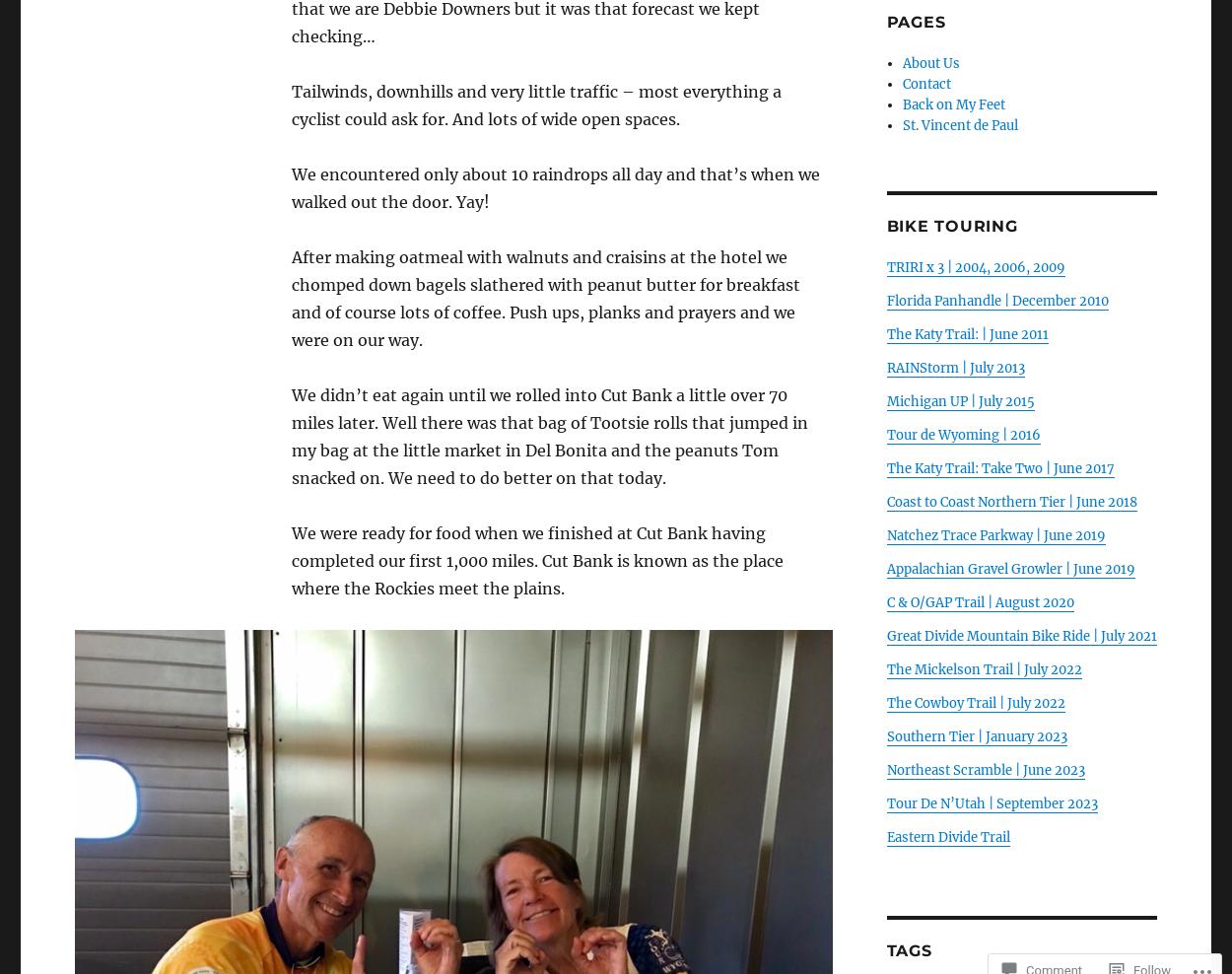  What do you see at coordinates (992, 803) in the screenshot?
I see `'Tour De N’Utah | September 2023'` at bounding box center [992, 803].